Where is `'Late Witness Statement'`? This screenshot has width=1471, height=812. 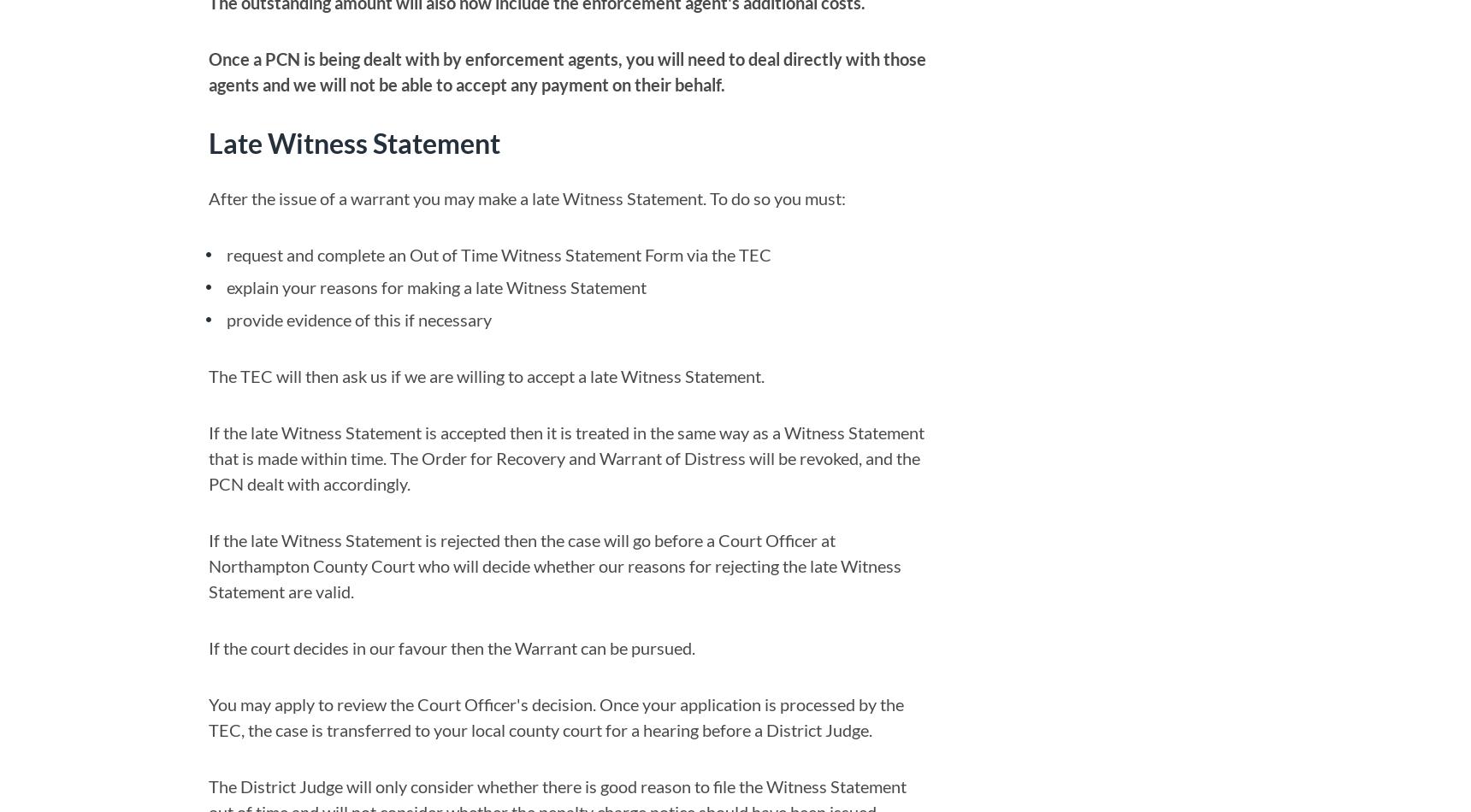 'Late Witness Statement' is located at coordinates (354, 143).